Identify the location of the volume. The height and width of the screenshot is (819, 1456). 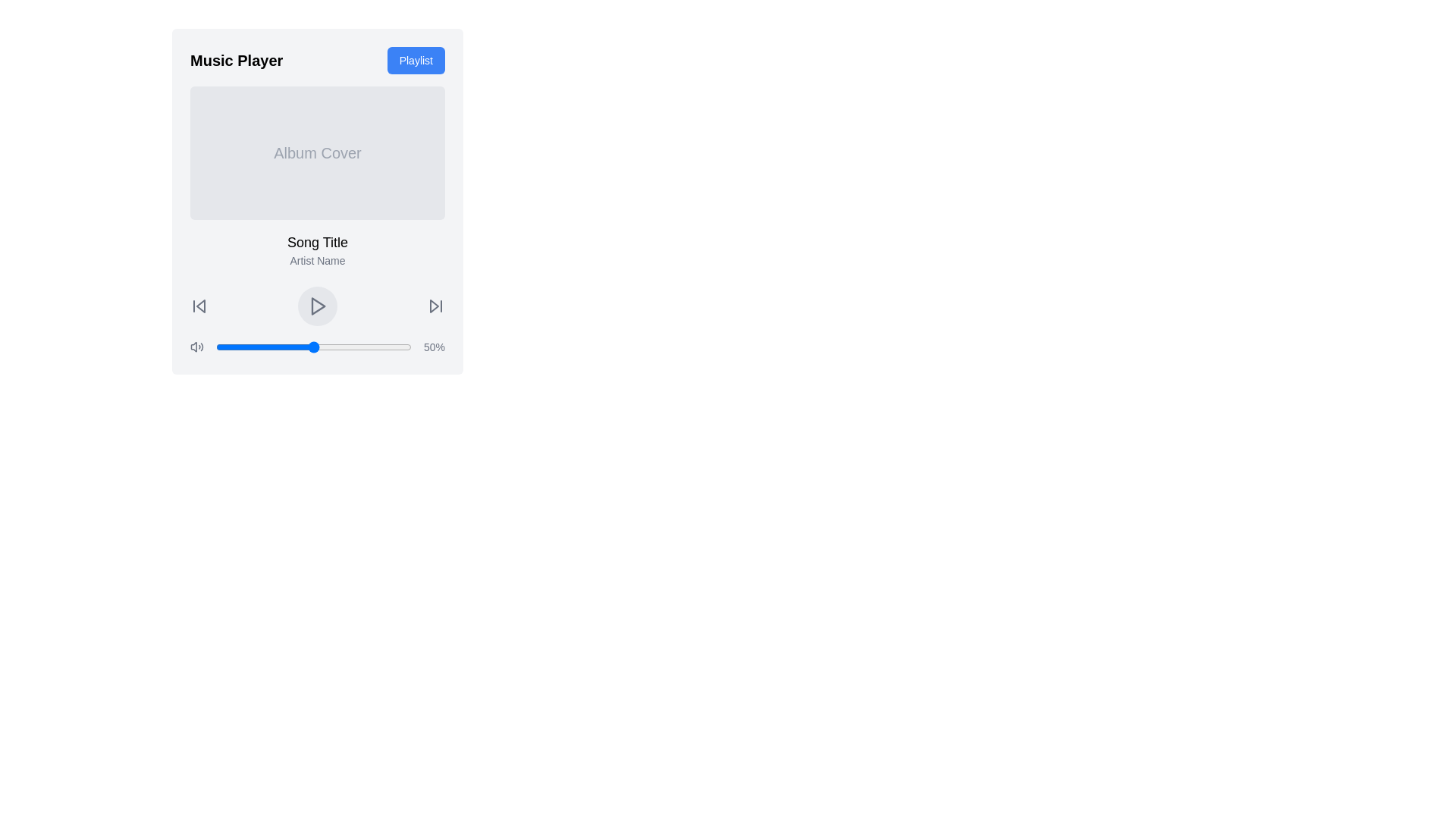
(306, 347).